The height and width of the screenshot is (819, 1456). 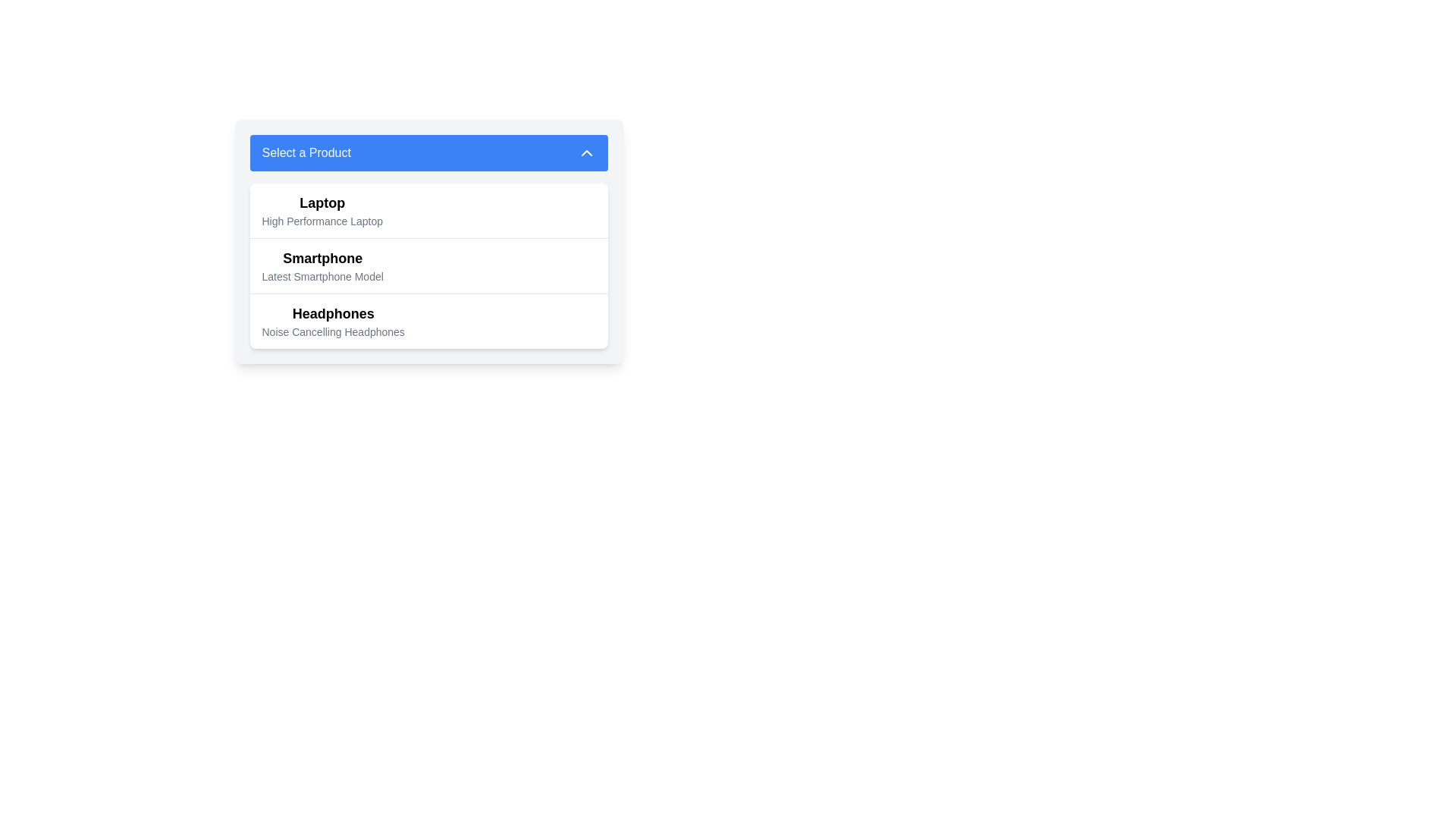 I want to click on the upward-pointing chevron icon located in the header bar labeled 'Select a Product', so click(x=585, y=152).